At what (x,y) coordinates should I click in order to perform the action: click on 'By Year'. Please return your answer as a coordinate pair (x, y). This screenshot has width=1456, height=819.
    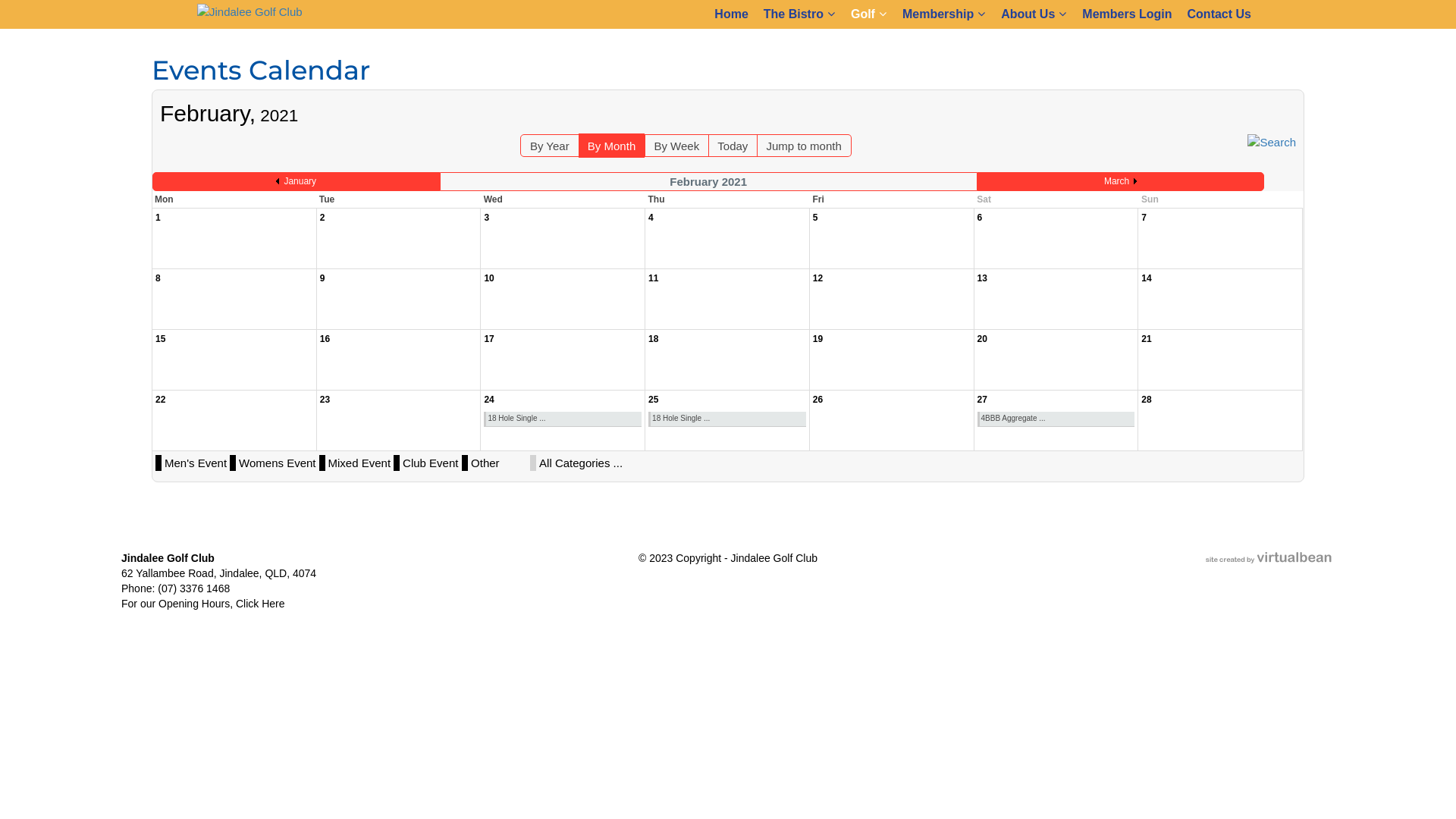
    Looking at the image, I should click on (548, 146).